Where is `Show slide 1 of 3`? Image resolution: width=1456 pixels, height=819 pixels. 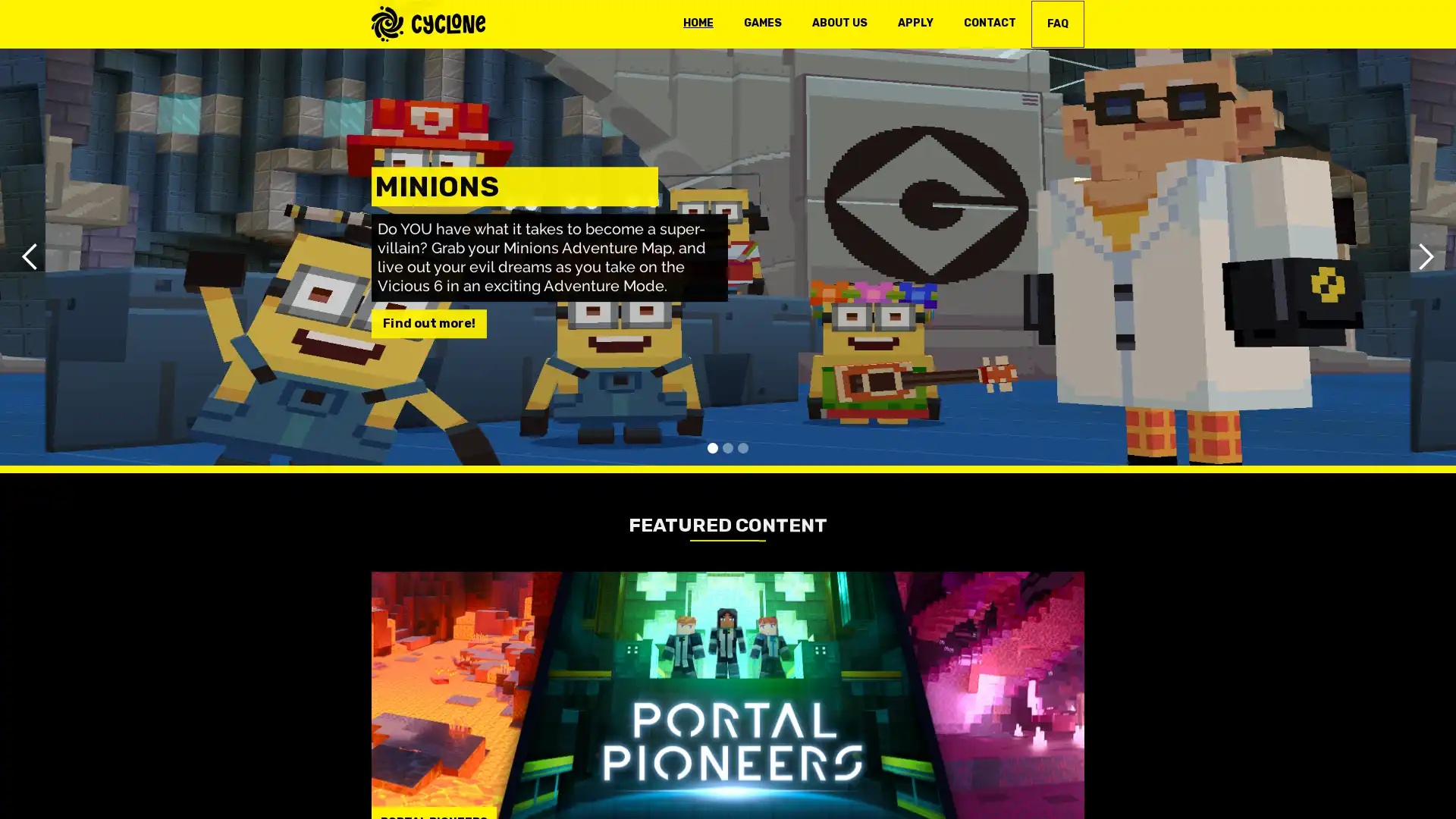
Show slide 1 of 3 is located at coordinates (712, 447).